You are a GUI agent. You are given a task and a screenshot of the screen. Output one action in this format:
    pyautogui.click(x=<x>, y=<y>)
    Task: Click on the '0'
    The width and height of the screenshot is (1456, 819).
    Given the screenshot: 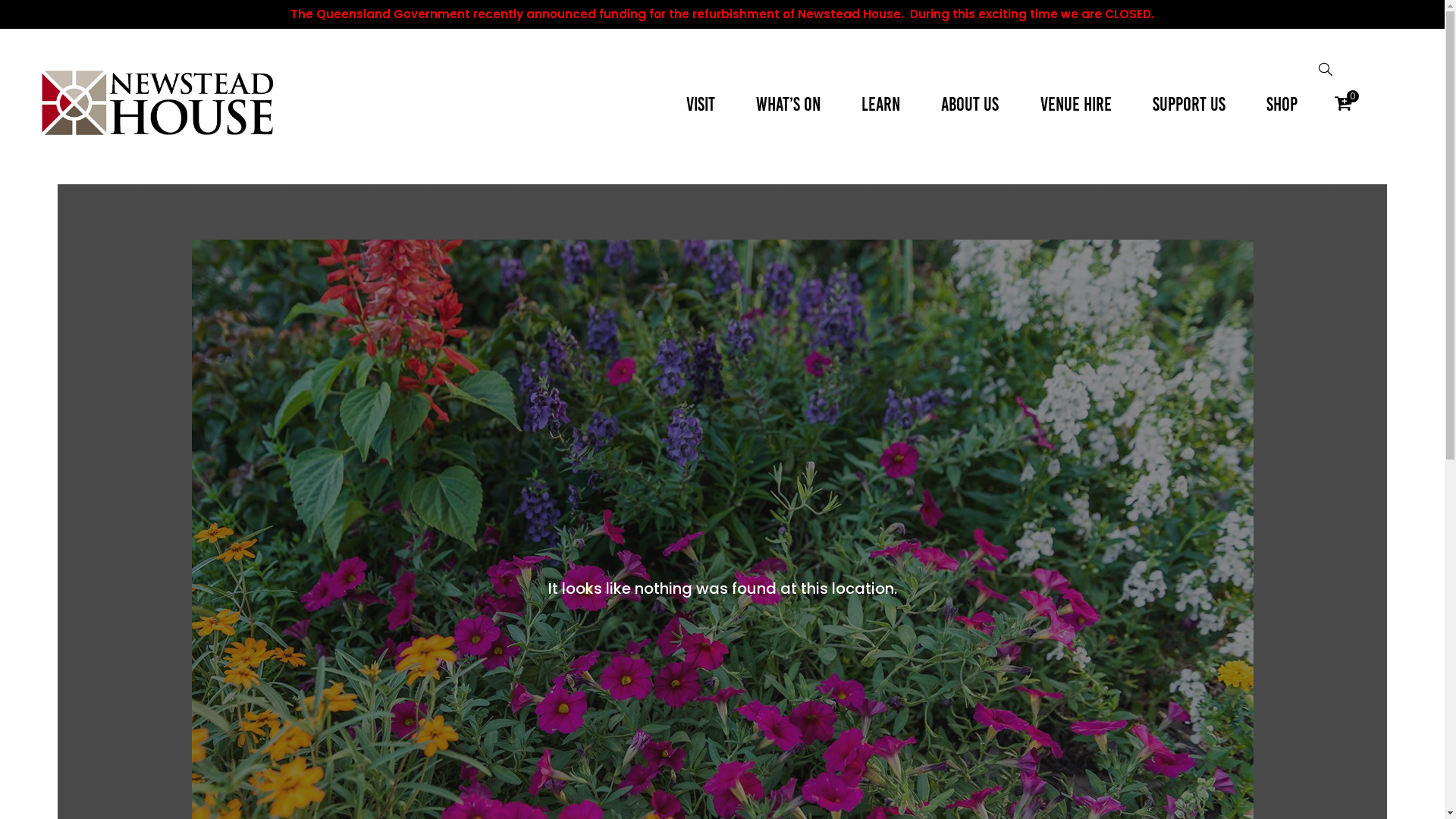 What is the action you would take?
    pyautogui.click(x=1343, y=102)
    